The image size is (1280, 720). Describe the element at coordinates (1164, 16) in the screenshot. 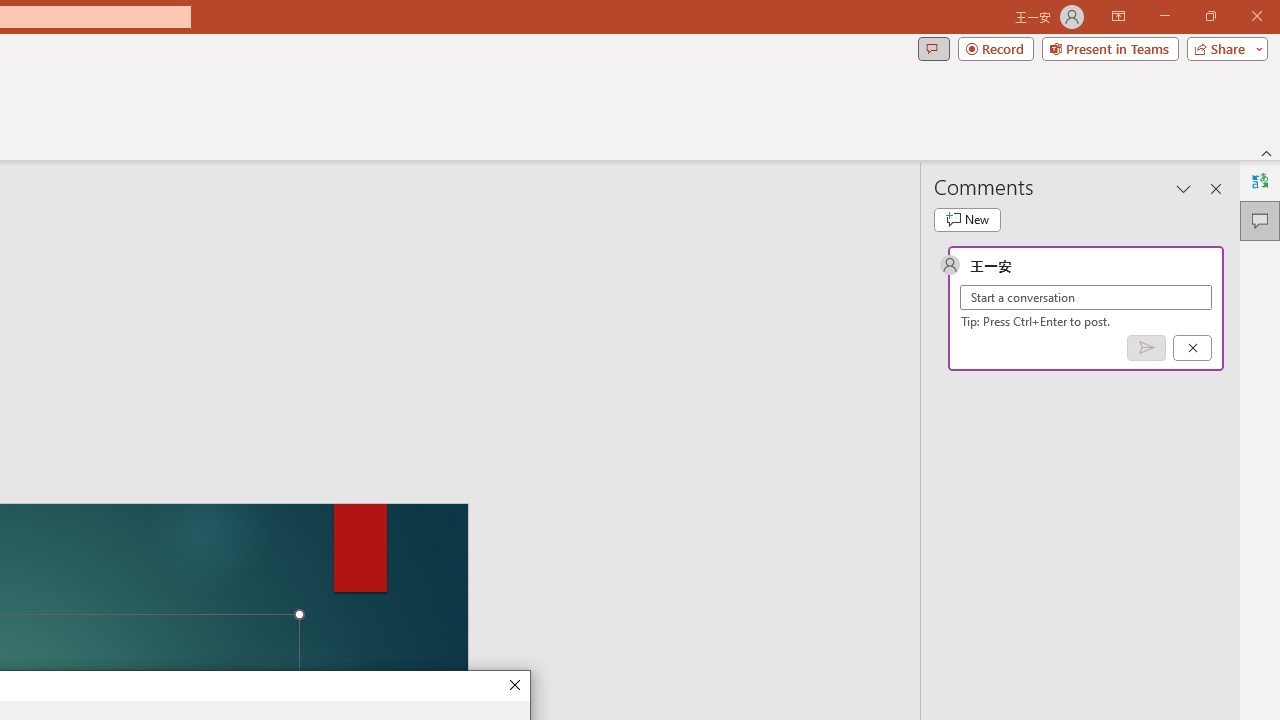

I see `'Minimize'` at that location.